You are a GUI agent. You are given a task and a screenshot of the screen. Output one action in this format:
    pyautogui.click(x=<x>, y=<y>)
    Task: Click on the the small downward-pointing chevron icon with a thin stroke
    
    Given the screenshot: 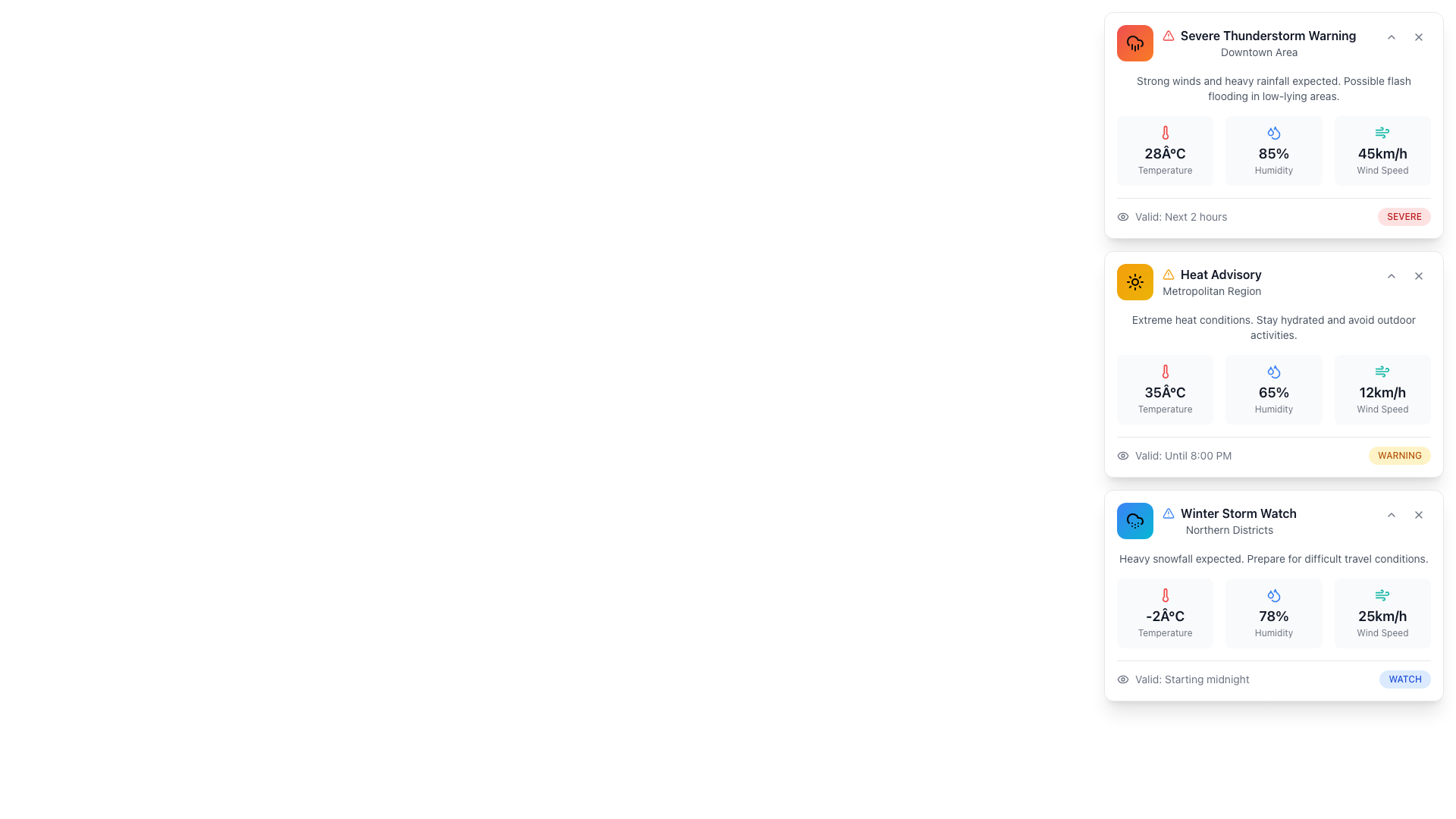 What is the action you would take?
    pyautogui.click(x=1391, y=275)
    